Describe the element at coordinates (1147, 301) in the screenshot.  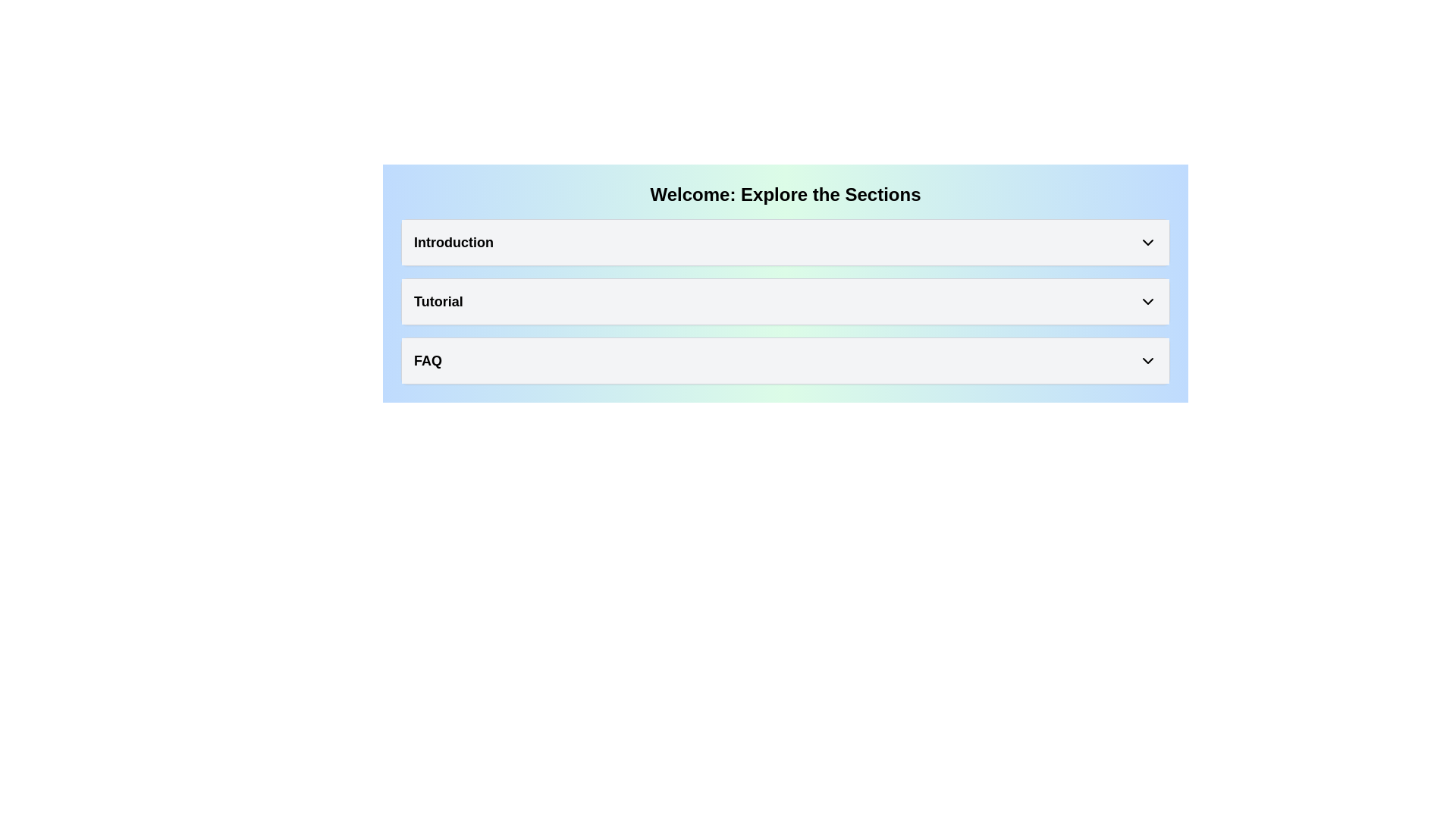
I see `the downwards pointing chevron icon located on the rightmost side of the 'Tutorial' section header` at that location.